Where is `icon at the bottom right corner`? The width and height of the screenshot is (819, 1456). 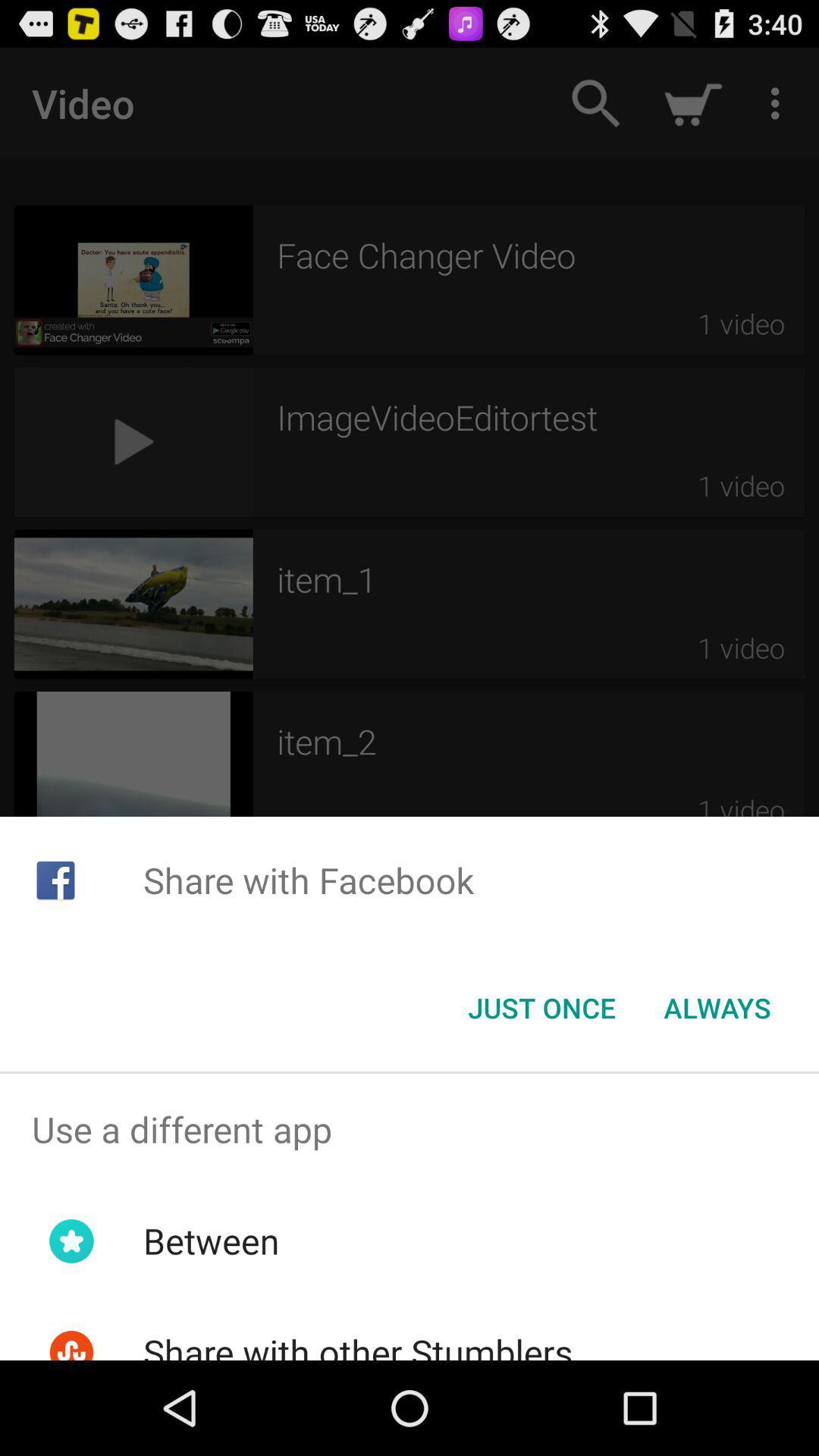 icon at the bottom right corner is located at coordinates (717, 1008).